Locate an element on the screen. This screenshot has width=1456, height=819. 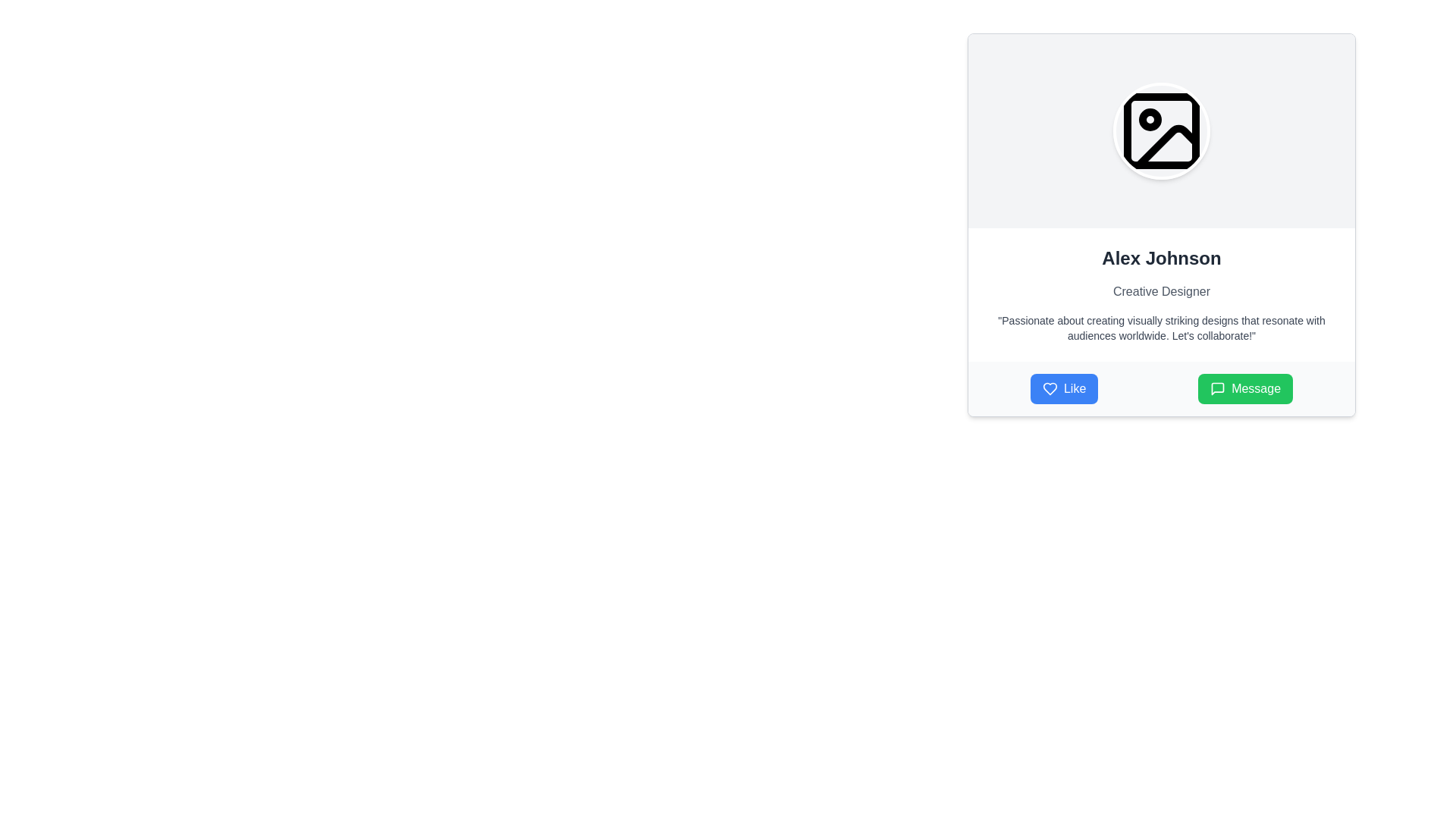
the black rectangular element with rounded corners located at the top-left corner of the avatar icon in the profile card layout is located at coordinates (1160, 130).